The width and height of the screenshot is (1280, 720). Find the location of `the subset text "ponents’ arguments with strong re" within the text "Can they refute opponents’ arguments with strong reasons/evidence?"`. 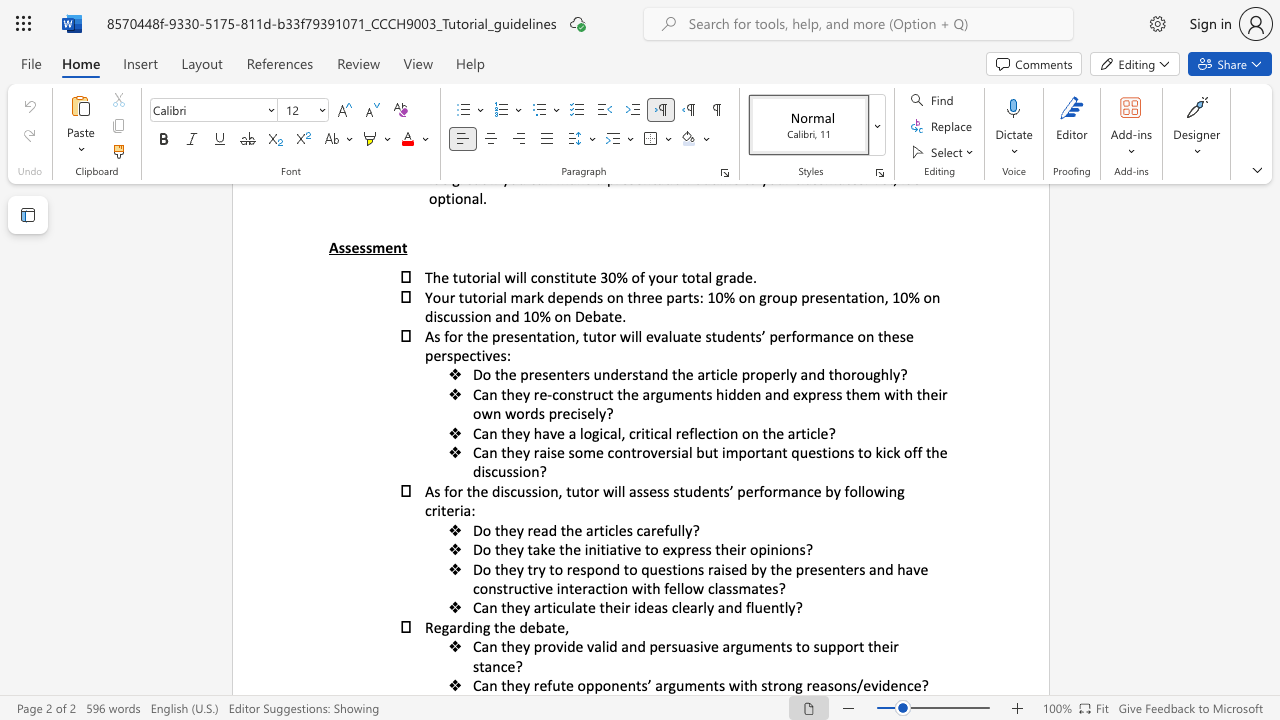

the subset text "ponents’ arguments with strong re" within the text "Can they refute opponents’ arguments with strong reasons/evidence?" is located at coordinates (593, 684).